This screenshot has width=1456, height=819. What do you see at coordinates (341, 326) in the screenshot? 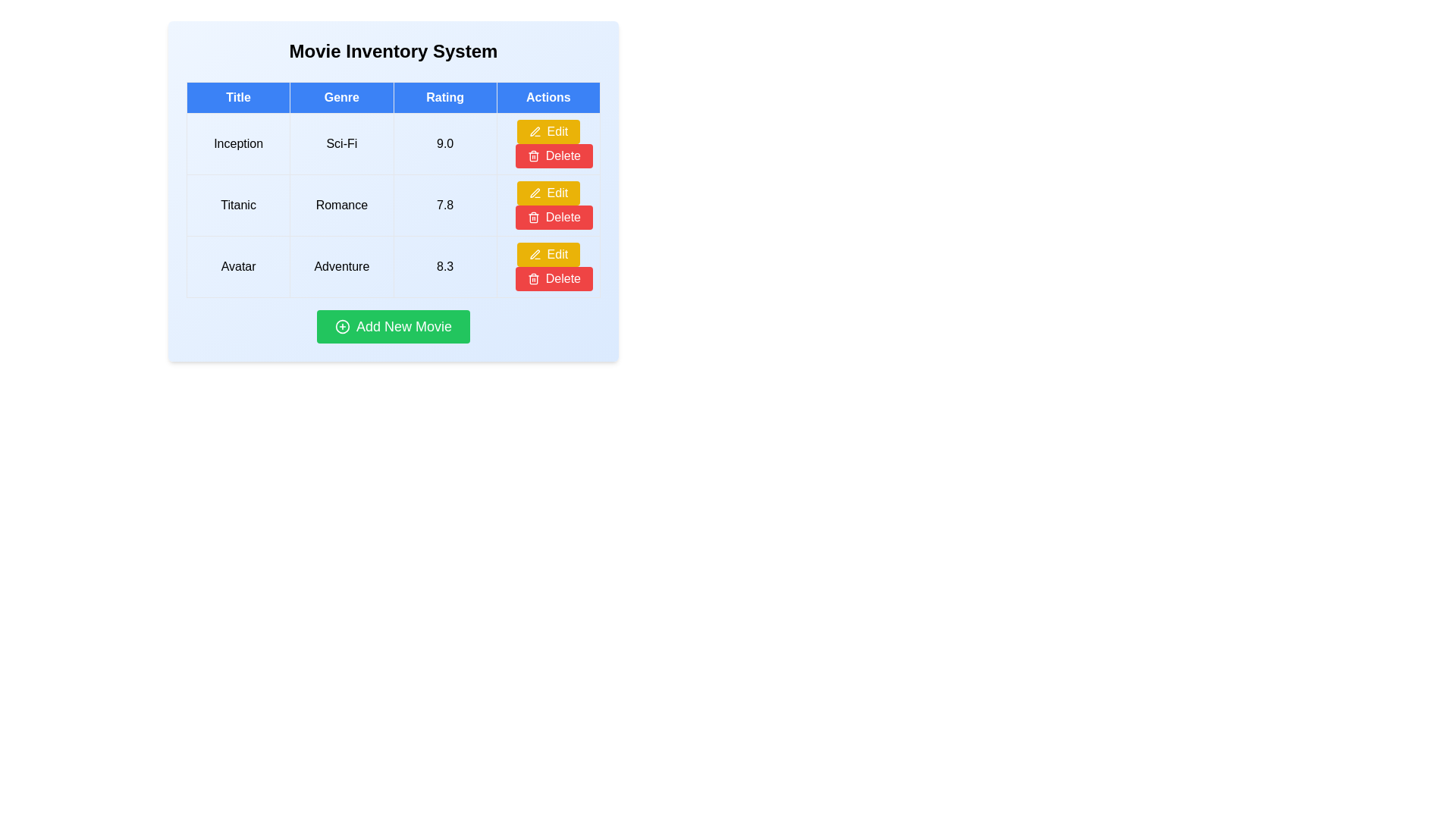
I see `the 'Add' icon component located at the center of the green 'Add New Movie' button by clicking on it` at bounding box center [341, 326].